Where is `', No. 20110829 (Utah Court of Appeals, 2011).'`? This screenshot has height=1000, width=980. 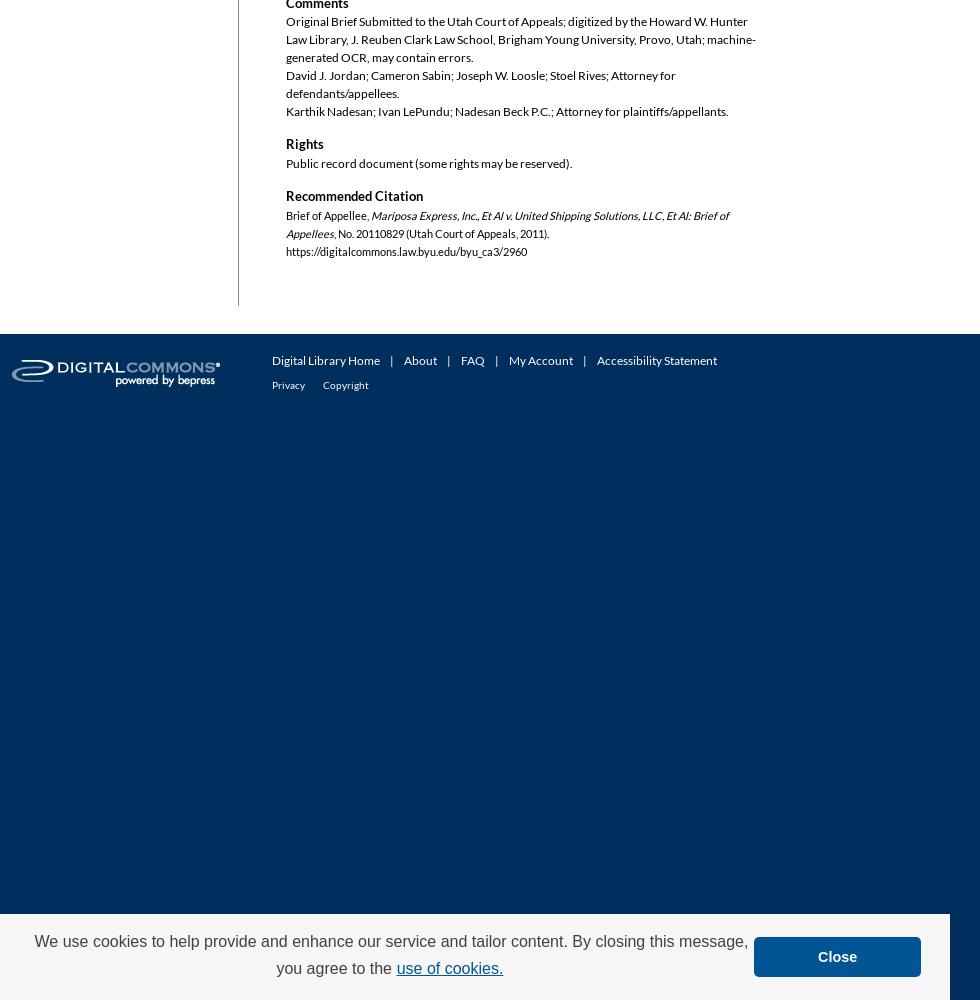 ', No. 20110829 (Utah Court of Appeals, 2011).' is located at coordinates (441, 231).